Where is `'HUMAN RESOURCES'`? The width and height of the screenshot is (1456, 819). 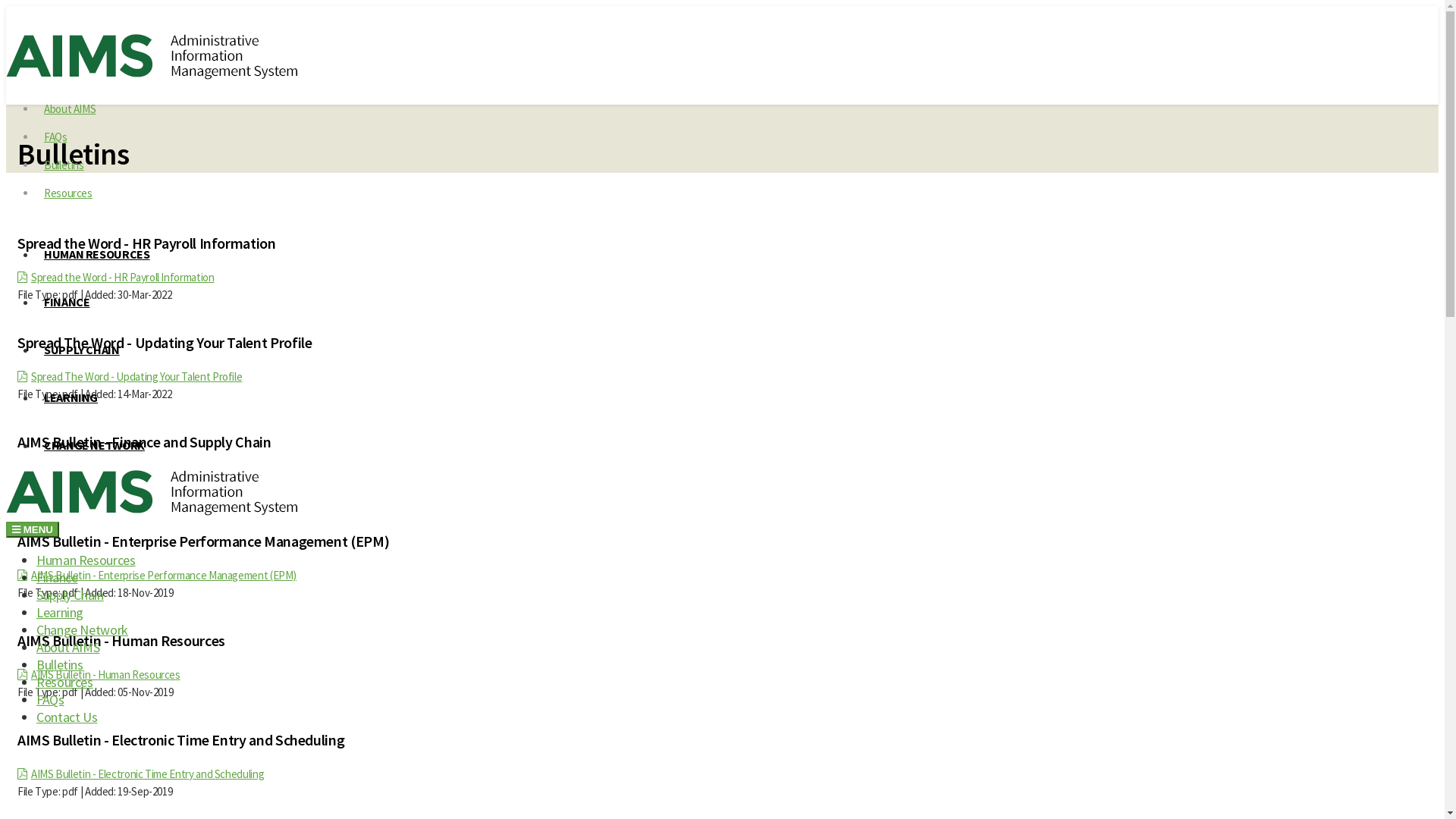
'HUMAN RESOURCES' is located at coordinates (96, 253).